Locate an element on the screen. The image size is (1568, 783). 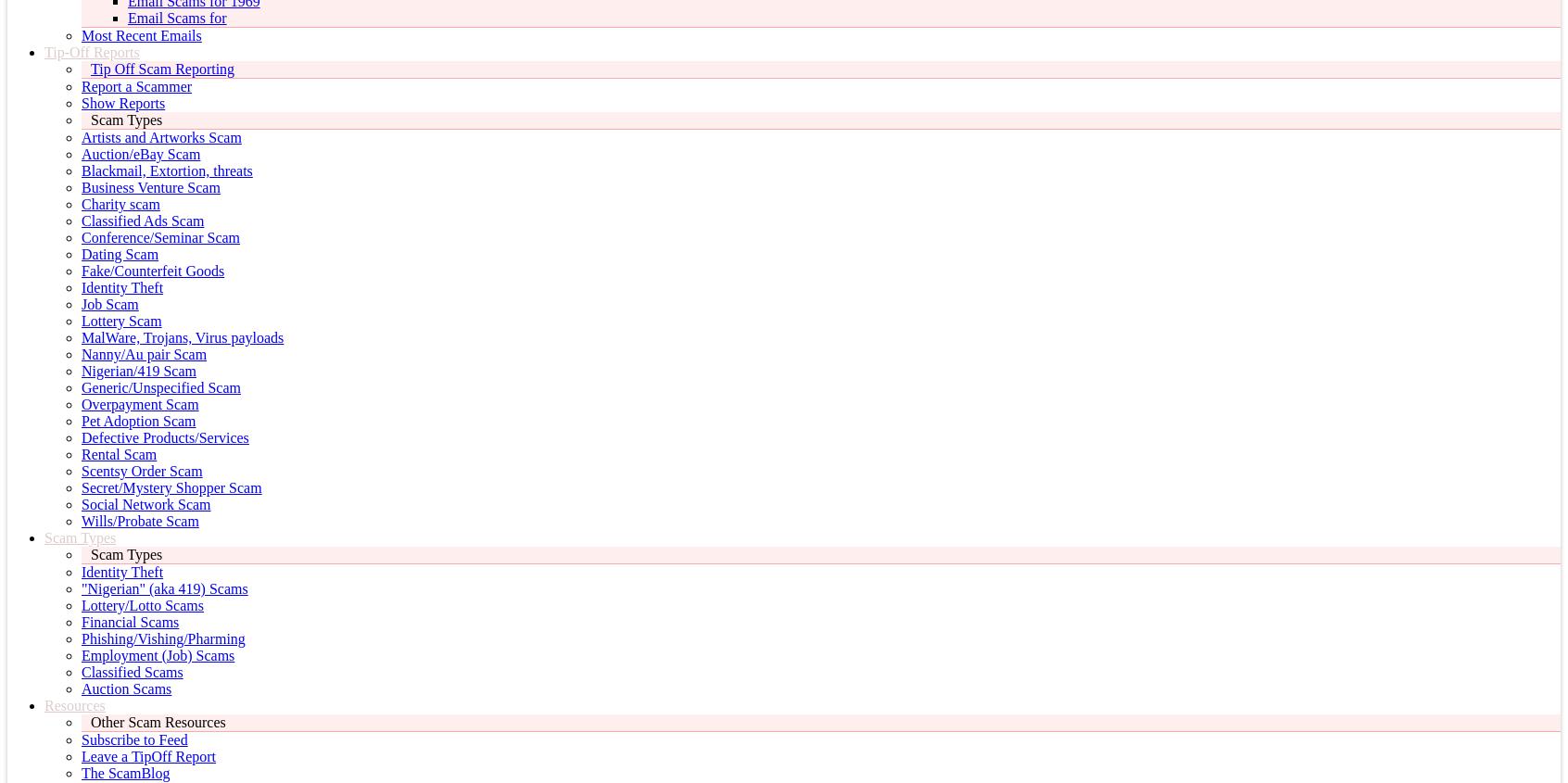
'Email Scams for' is located at coordinates (128, 17).